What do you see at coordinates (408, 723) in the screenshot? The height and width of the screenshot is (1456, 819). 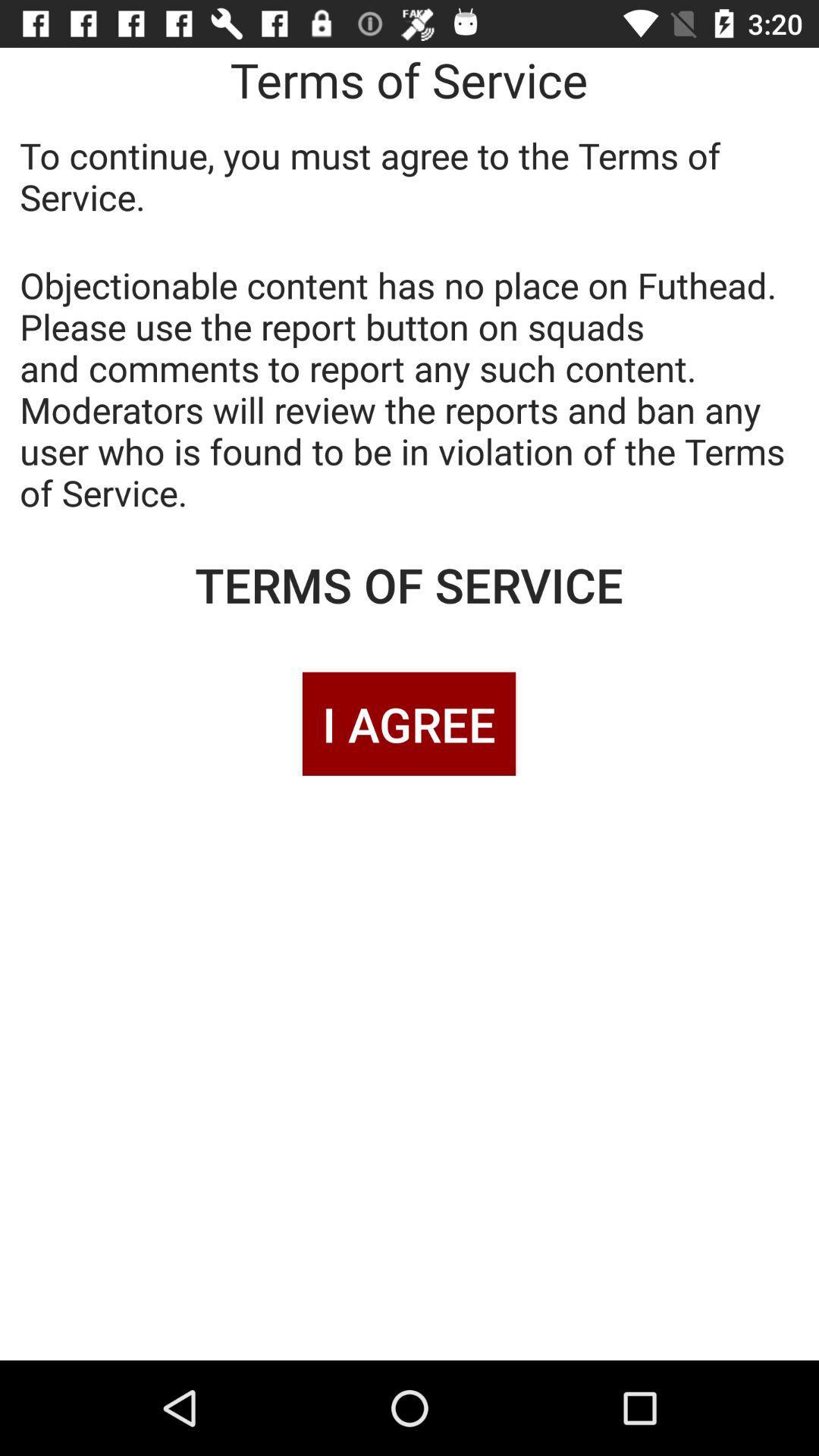 I see `i agree` at bounding box center [408, 723].